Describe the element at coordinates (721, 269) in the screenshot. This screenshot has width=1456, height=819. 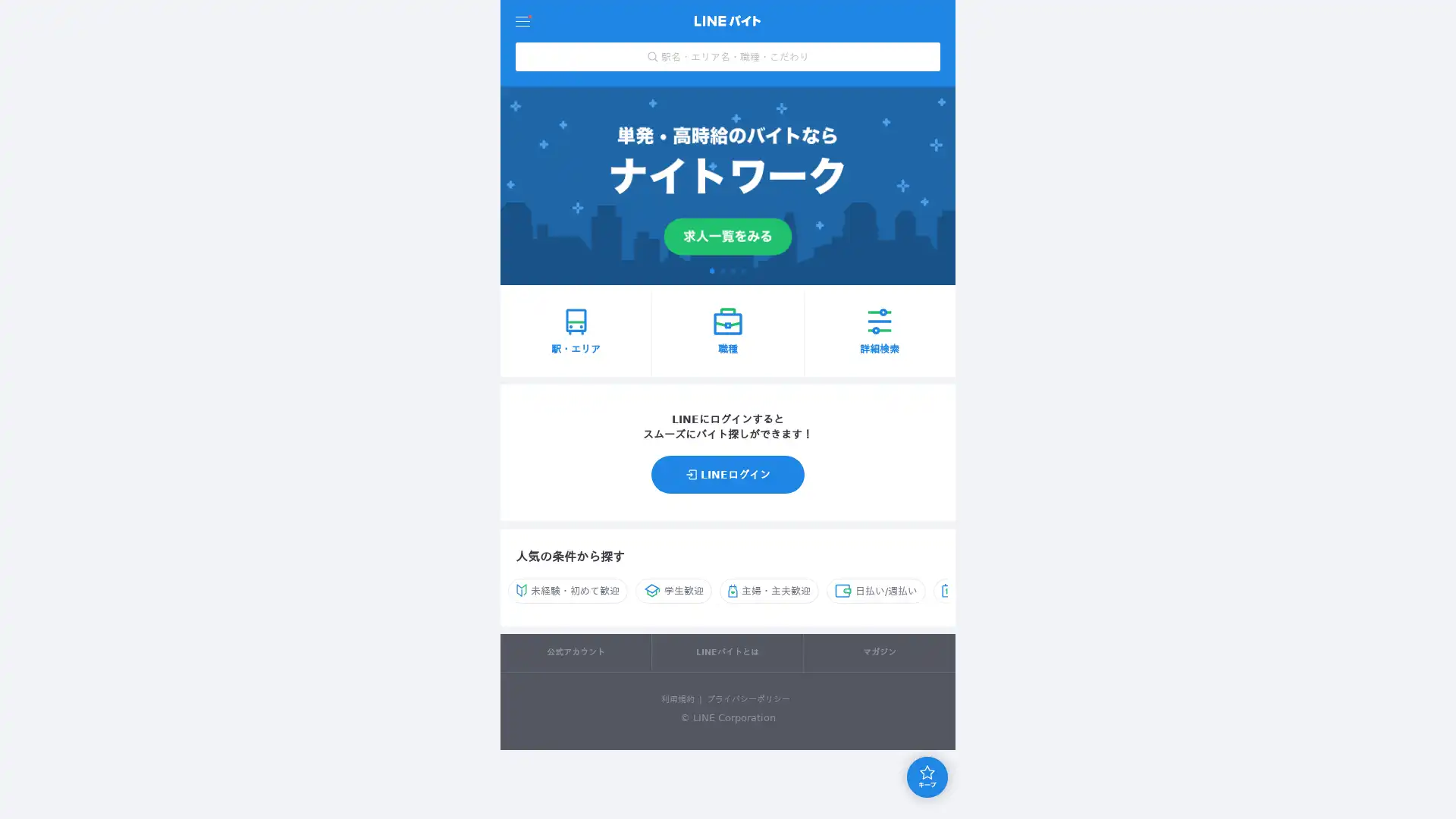
I see `2` at that location.